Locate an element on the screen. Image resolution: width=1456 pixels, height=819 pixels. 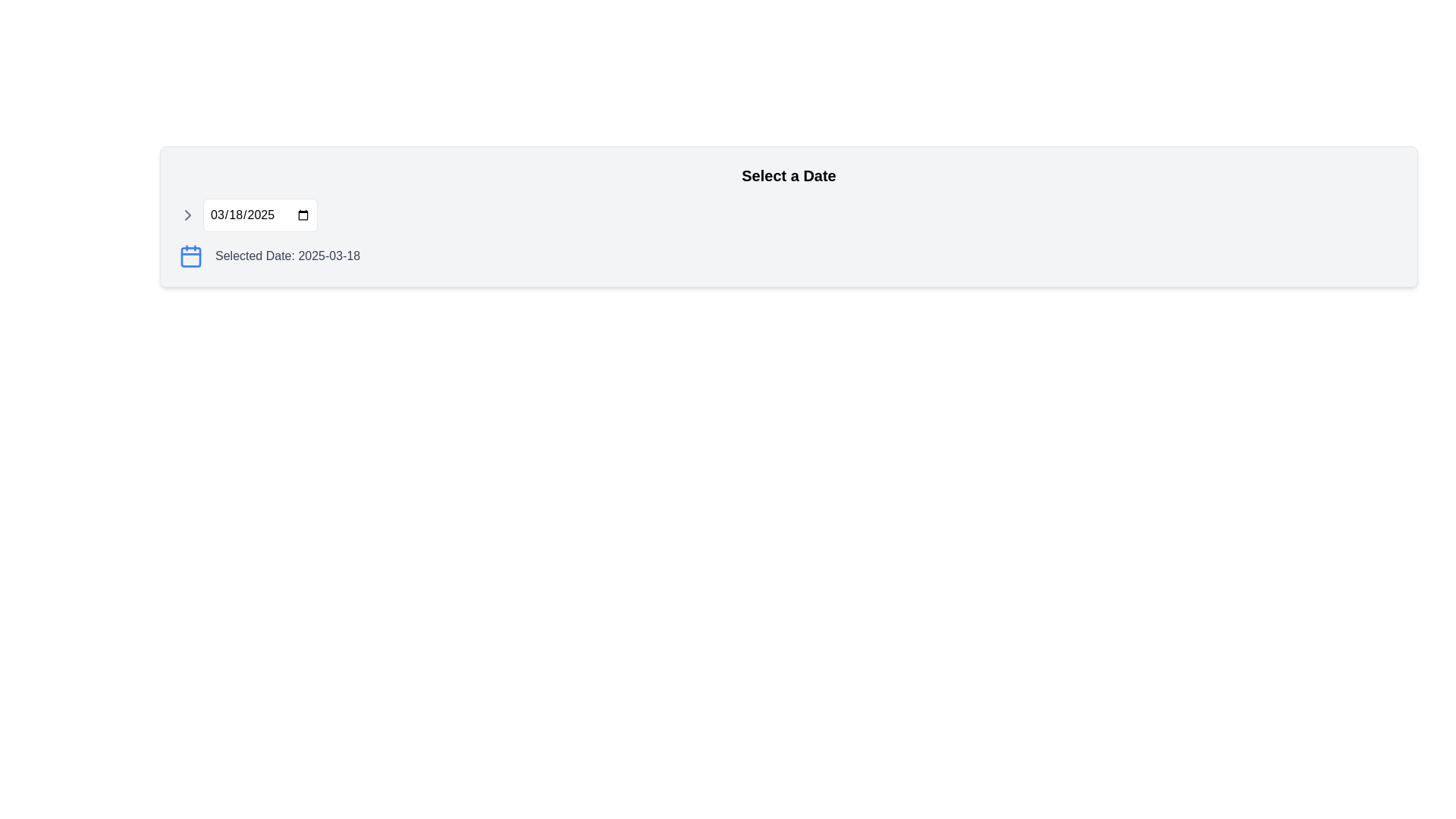
the calendar icon that visually represents the date selection functionality for 'Selected Date: 2025-03-18', located to the left of the corresponding text is located at coordinates (190, 256).